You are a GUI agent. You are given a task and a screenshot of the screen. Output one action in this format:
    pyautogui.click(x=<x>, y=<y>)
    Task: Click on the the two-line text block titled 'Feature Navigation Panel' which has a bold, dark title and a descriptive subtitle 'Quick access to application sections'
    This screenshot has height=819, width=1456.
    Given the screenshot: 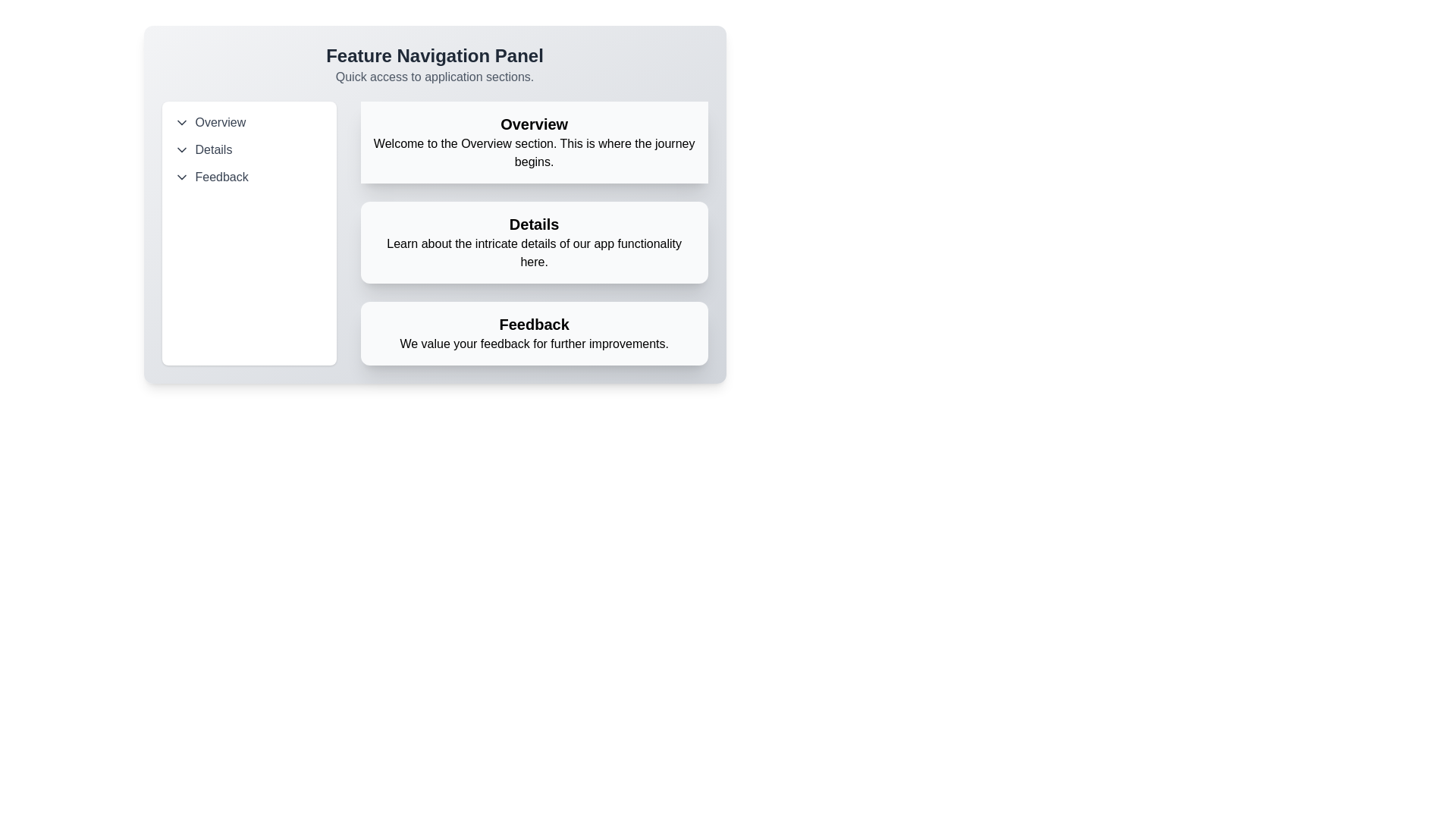 What is the action you would take?
    pyautogui.click(x=434, y=64)
    